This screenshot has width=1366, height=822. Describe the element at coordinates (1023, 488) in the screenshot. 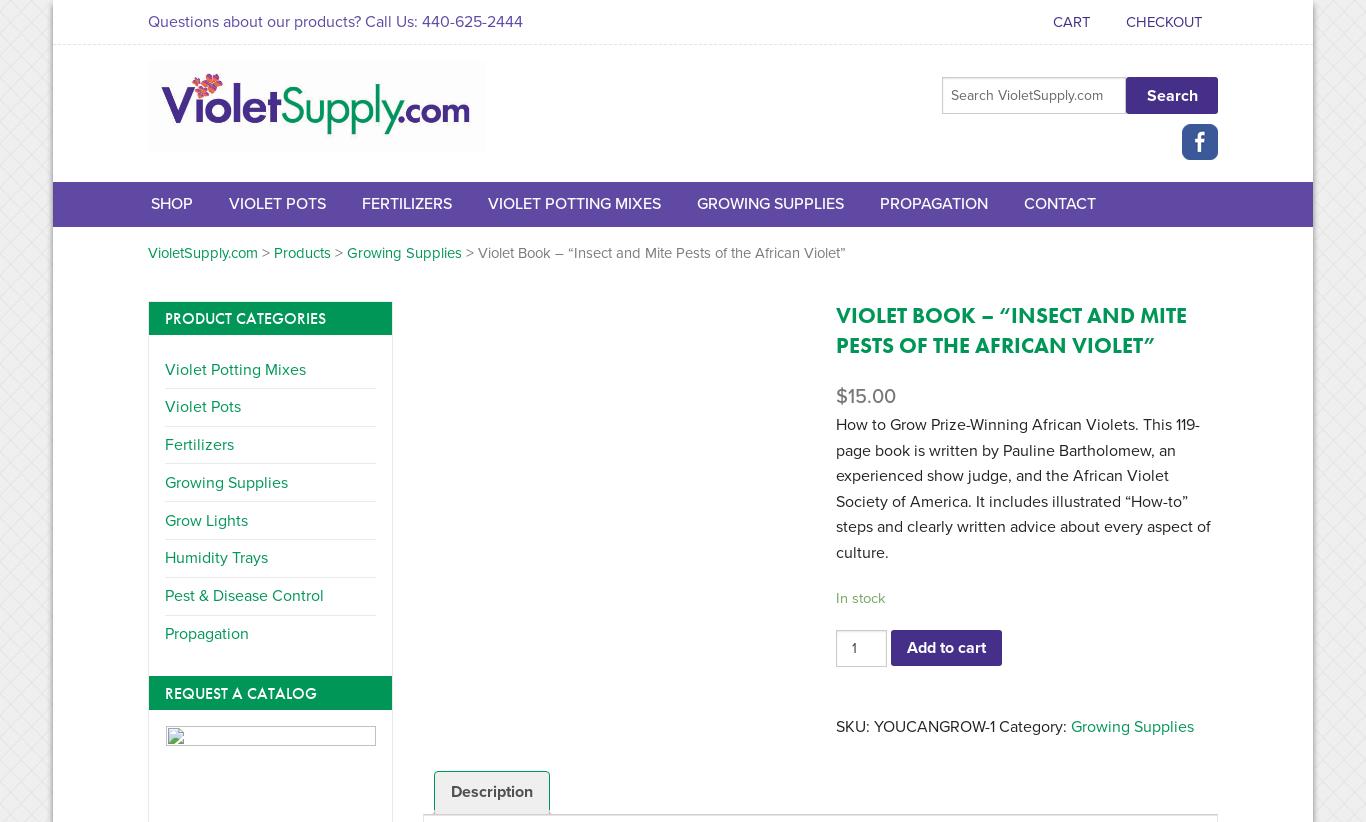

I see `'How to Grow Prize-Winning African Violets. This 119-page book is written by Pauline Bartholomew, an experienced show judge, and the African Violet Society of America. It includes illustrated “How-to” steps and clearly written advice about every aspect of culture.'` at that location.